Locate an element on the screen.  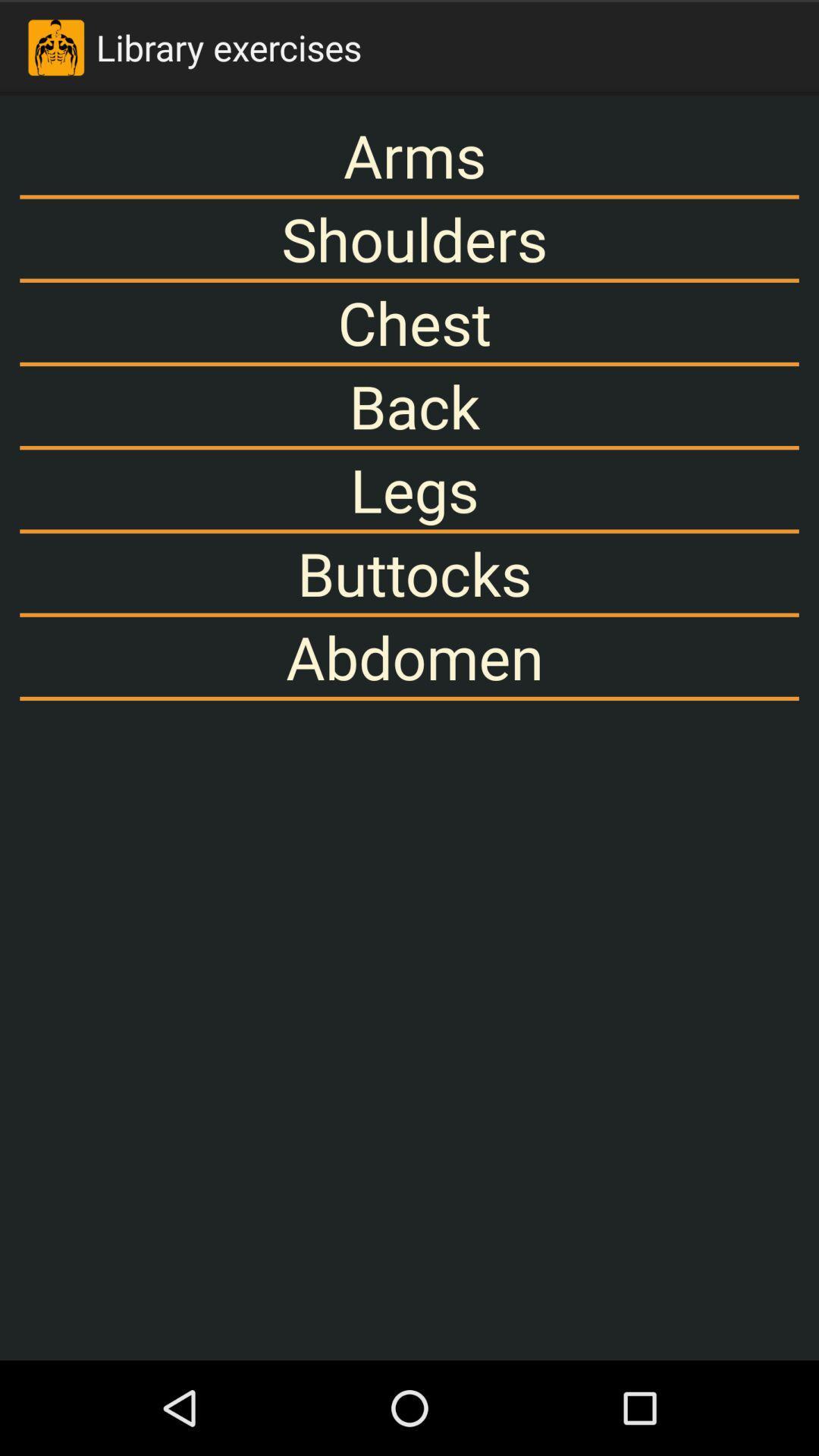
arms is located at coordinates (409, 155).